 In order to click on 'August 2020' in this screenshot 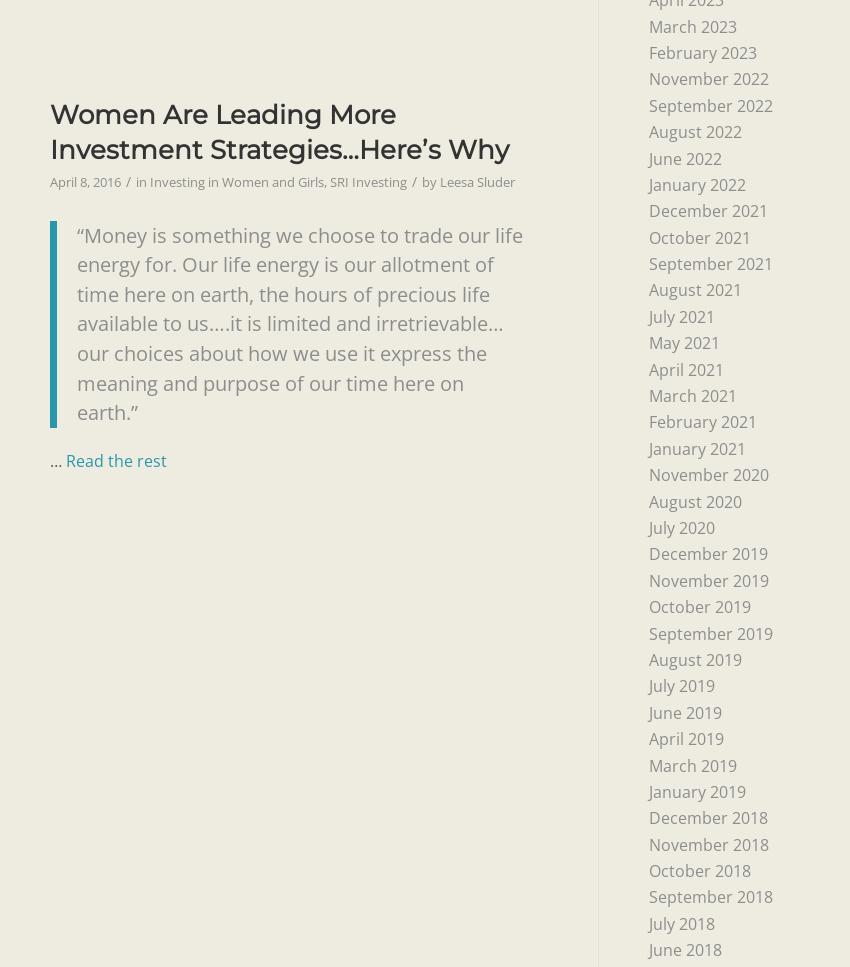, I will do `click(693, 500)`.